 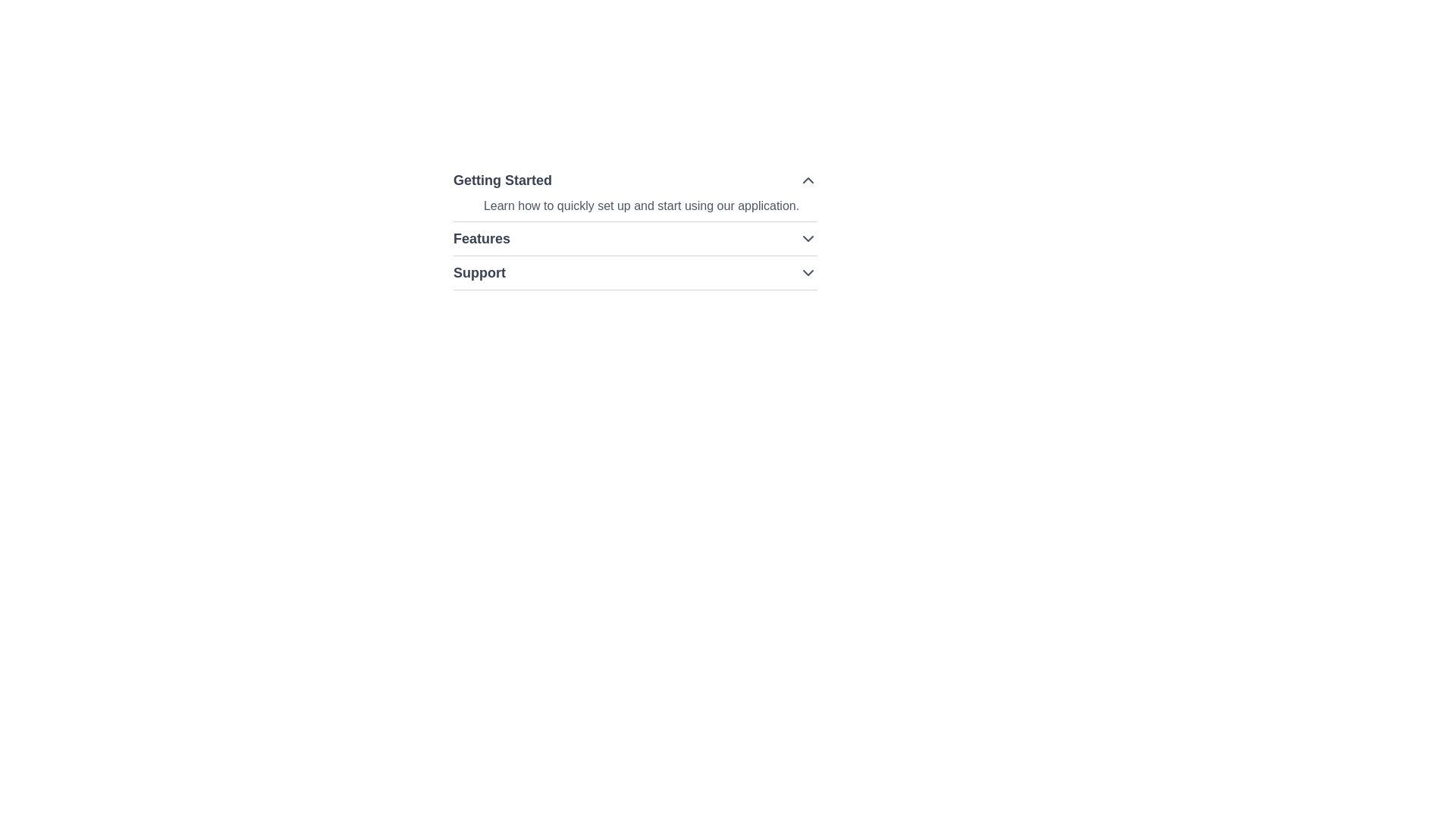 I want to click on the 'Support' text label, which is displayed in bold and large gray font, located in the third row of a navigation or settings panel, so click(x=479, y=271).